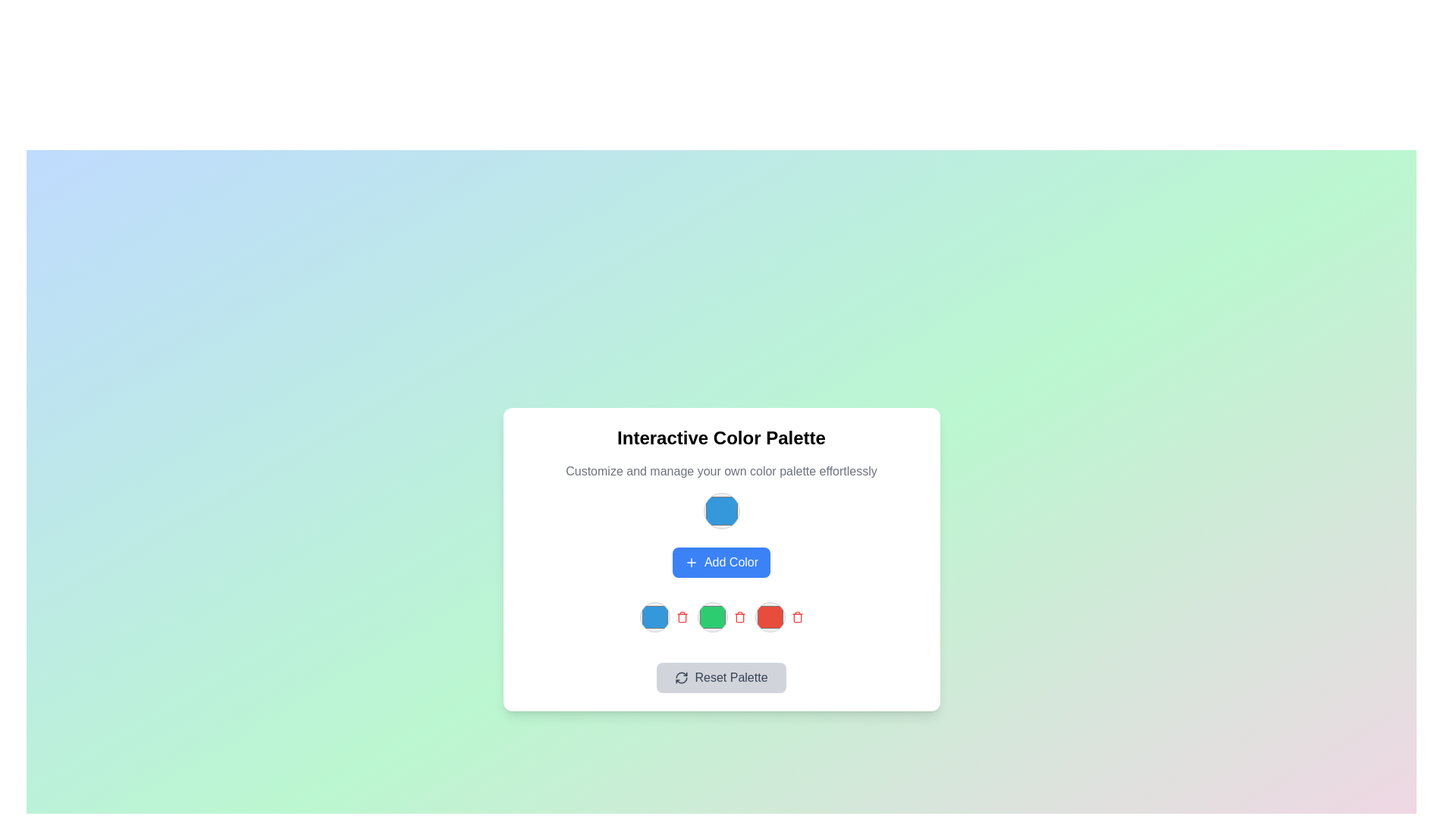 The image size is (1456, 819). What do you see at coordinates (731, 562) in the screenshot?
I see `the static text inviting the user to add a new color to the palette, which is located within a blue button at the center of the interface` at bounding box center [731, 562].